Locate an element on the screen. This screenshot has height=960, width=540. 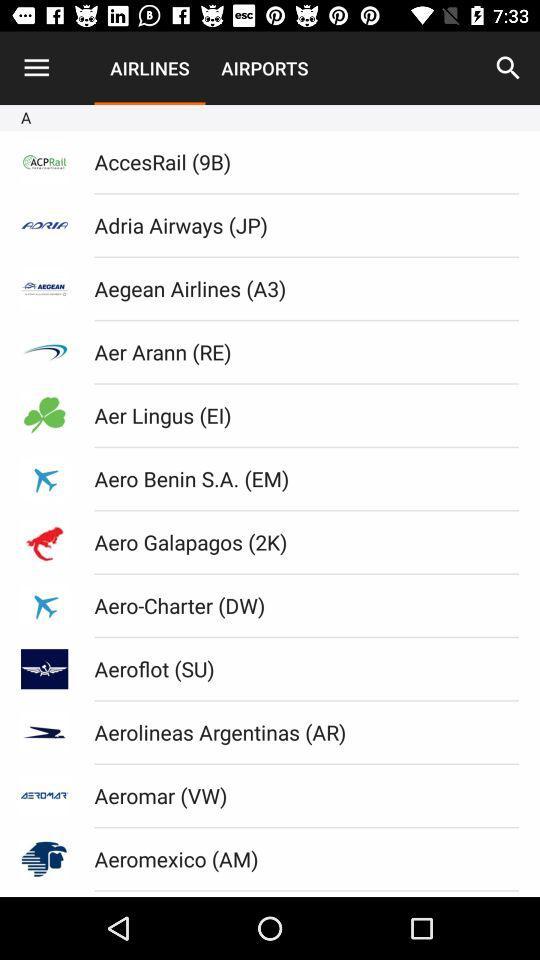
the symbol of aeromexicoam is located at coordinates (44, 858).